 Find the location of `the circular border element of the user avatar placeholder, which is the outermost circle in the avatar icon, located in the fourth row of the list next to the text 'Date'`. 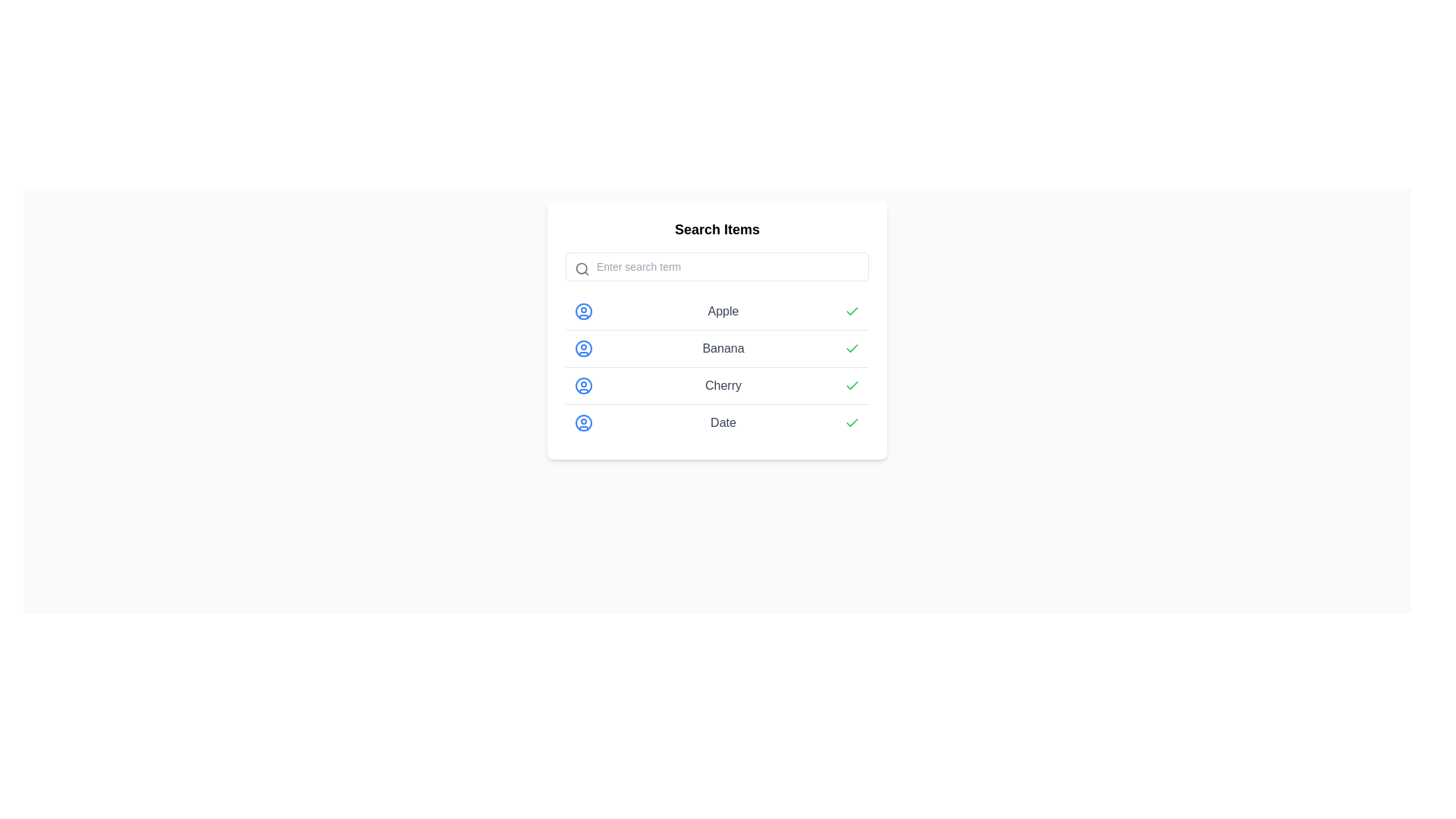

the circular border element of the user avatar placeholder, which is the outermost circle in the avatar icon, located in the fourth row of the list next to the text 'Date' is located at coordinates (582, 423).